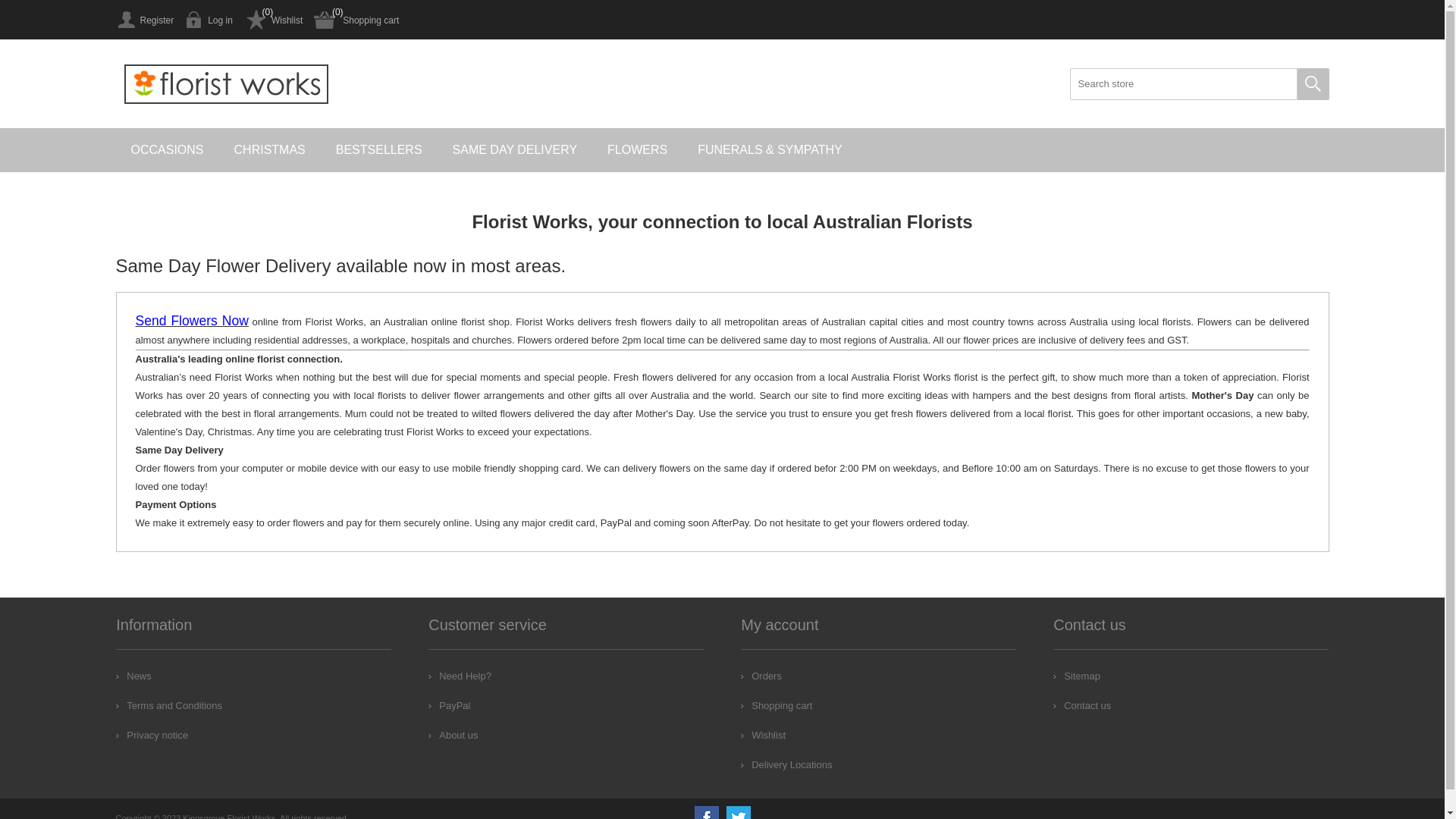 The height and width of the screenshot is (819, 1456). Describe the element at coordinates (378, 149) in the screenshot. I see `'BESTSELLERS'` at that location.